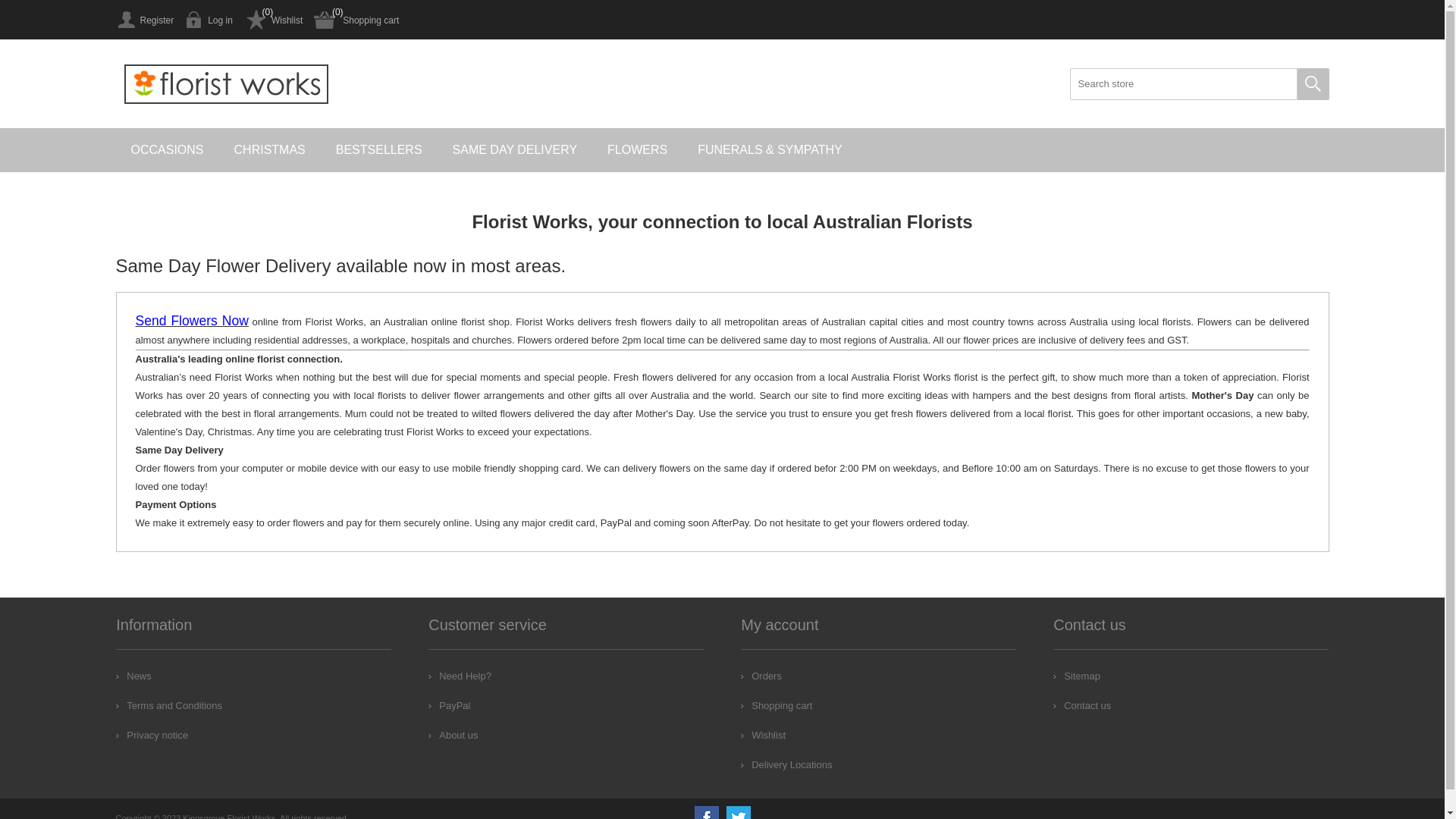 The height and width of the screenshot is (819, 1456). Describe the element at coordinates (378, 149) in the screenshot. I see `'BESTSELLERS'` at that location.